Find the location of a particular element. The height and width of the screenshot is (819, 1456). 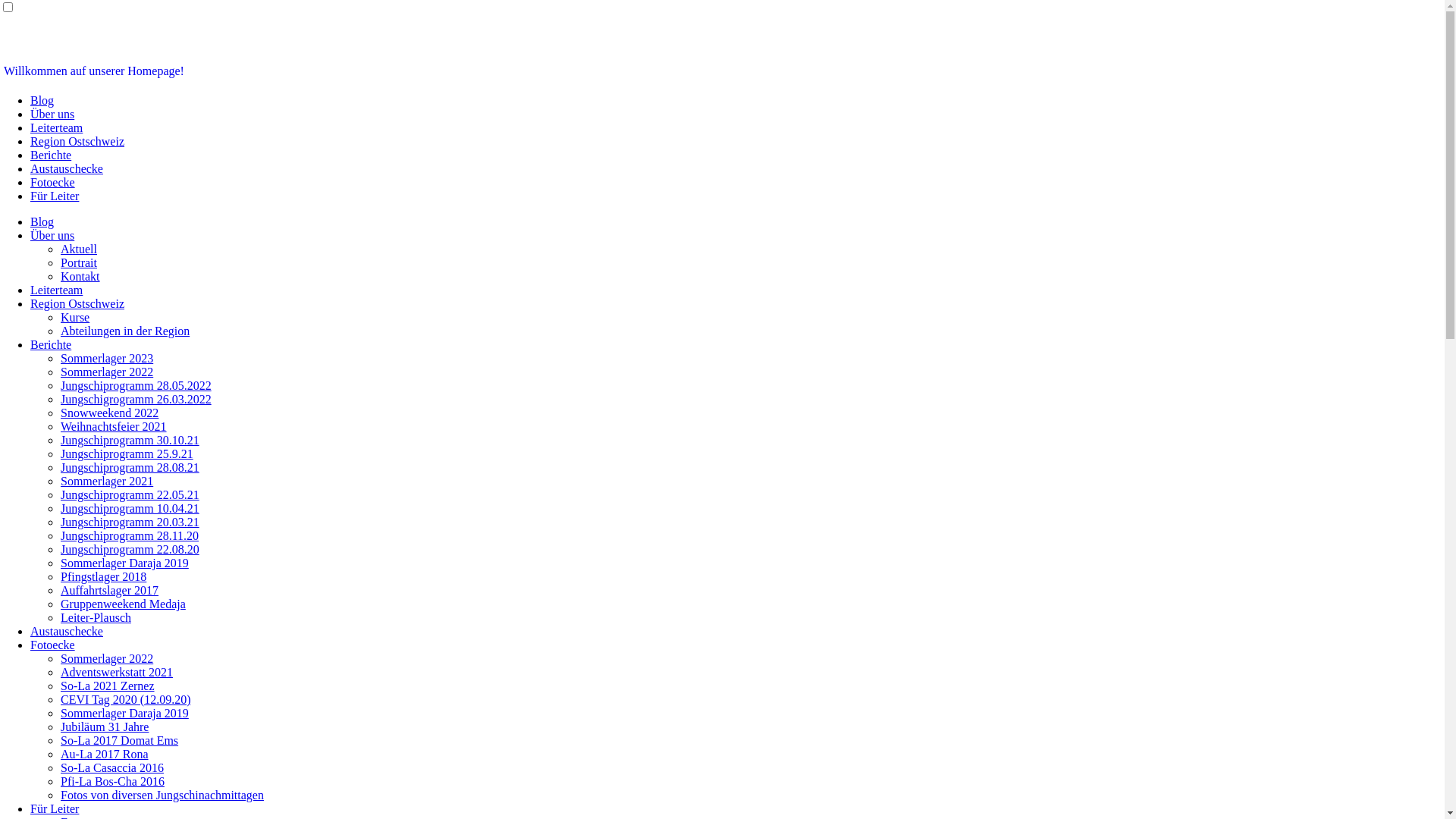

'Abteilungen in der Region' is located at coordinates (61, 330).